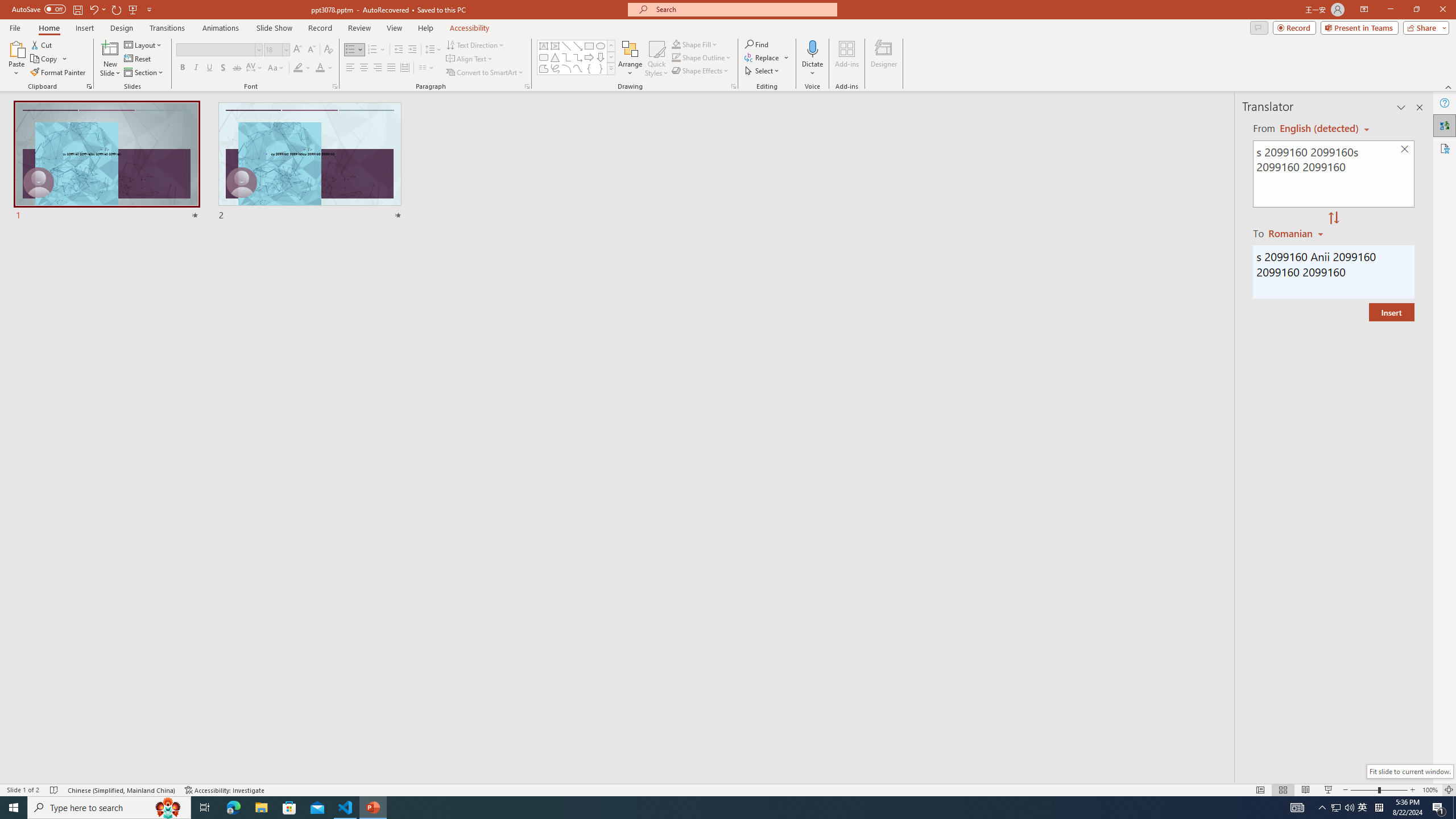 The width and height of the screenshot is (1456, 819). What do you see at coordinates (88, 85) in the screenshot?
I see `'Office Clipboard...'` at bounding box center [88, 85].